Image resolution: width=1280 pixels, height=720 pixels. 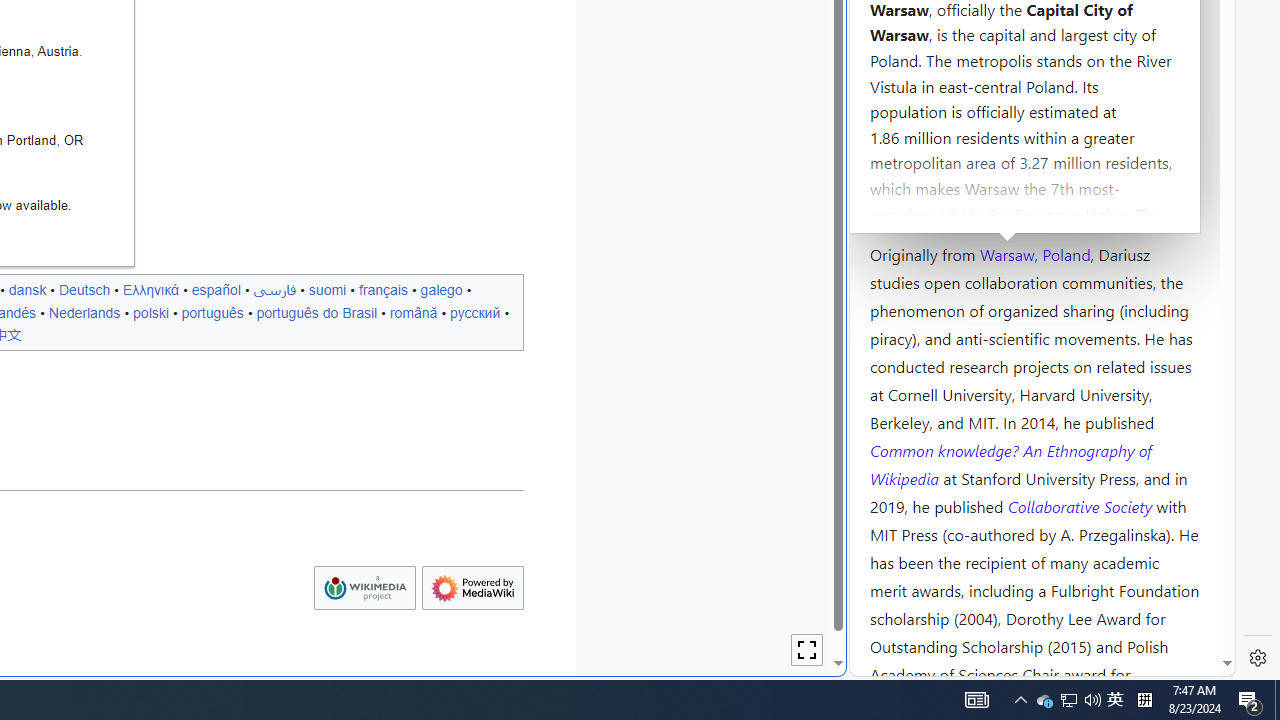 What do you see at coordinates (471, 587) in the screenshot?
I see `'Powered by MediaWiki'` at bounding box center [471, 587].